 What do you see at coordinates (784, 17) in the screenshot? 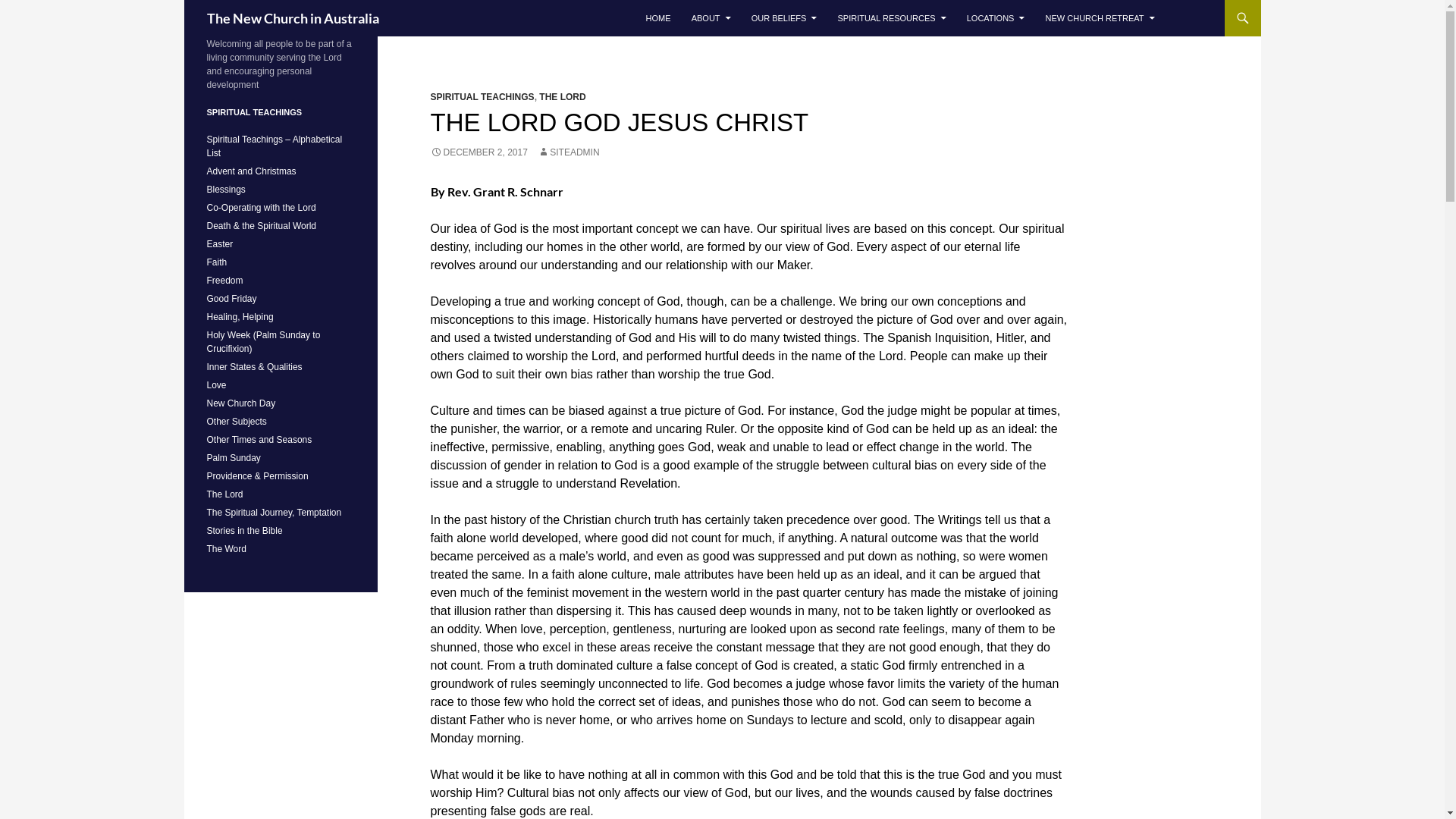
I see `'OUR BELIEFS'` at bounding box center [784, 17].